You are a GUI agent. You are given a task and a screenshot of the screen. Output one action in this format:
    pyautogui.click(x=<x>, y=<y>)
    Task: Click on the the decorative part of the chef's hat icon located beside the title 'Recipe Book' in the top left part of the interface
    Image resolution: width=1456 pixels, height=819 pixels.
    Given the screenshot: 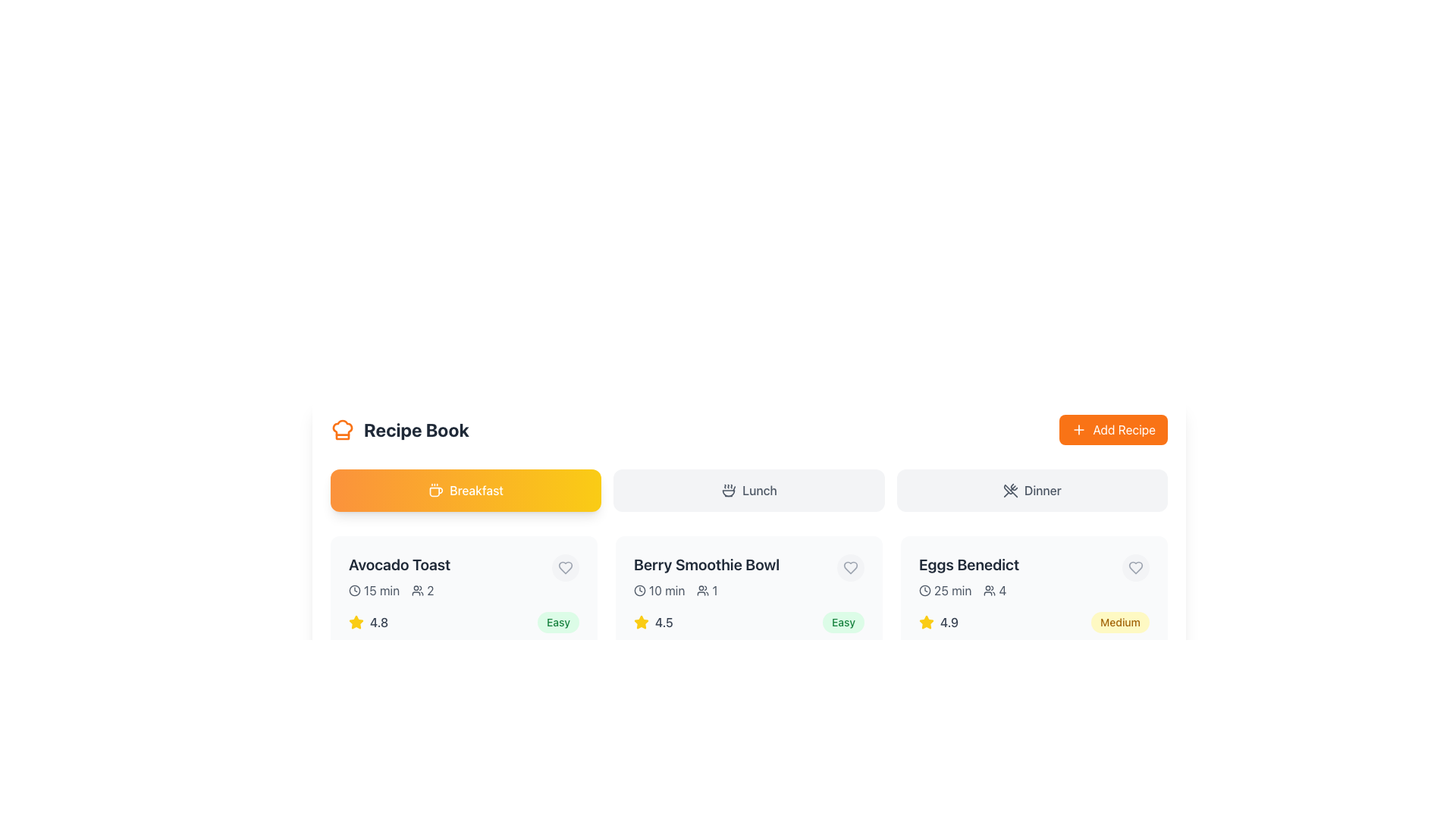 What is the action you would take?
    pyautogui.click(x=341, y=430)
    